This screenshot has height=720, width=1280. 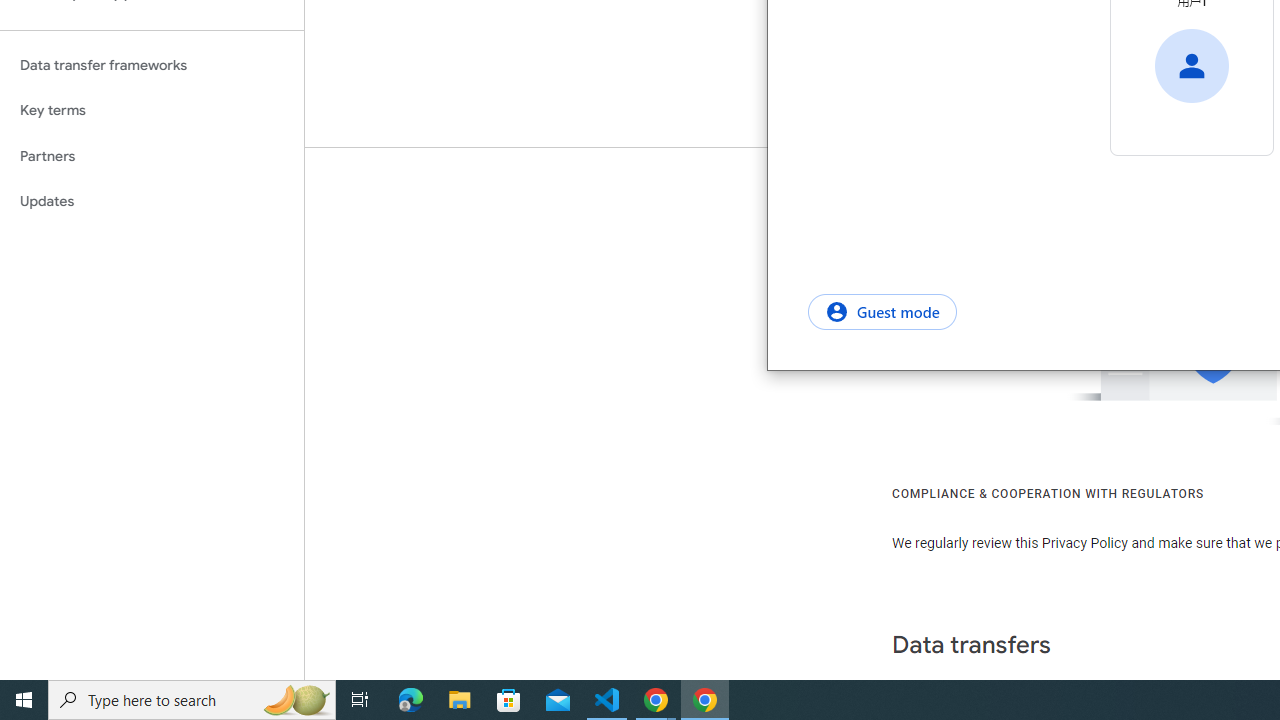 What do you see at coordinates (410, 698) in the screenshot?
I see `'Microsoft Edge'` at bounding box center [410, 698].